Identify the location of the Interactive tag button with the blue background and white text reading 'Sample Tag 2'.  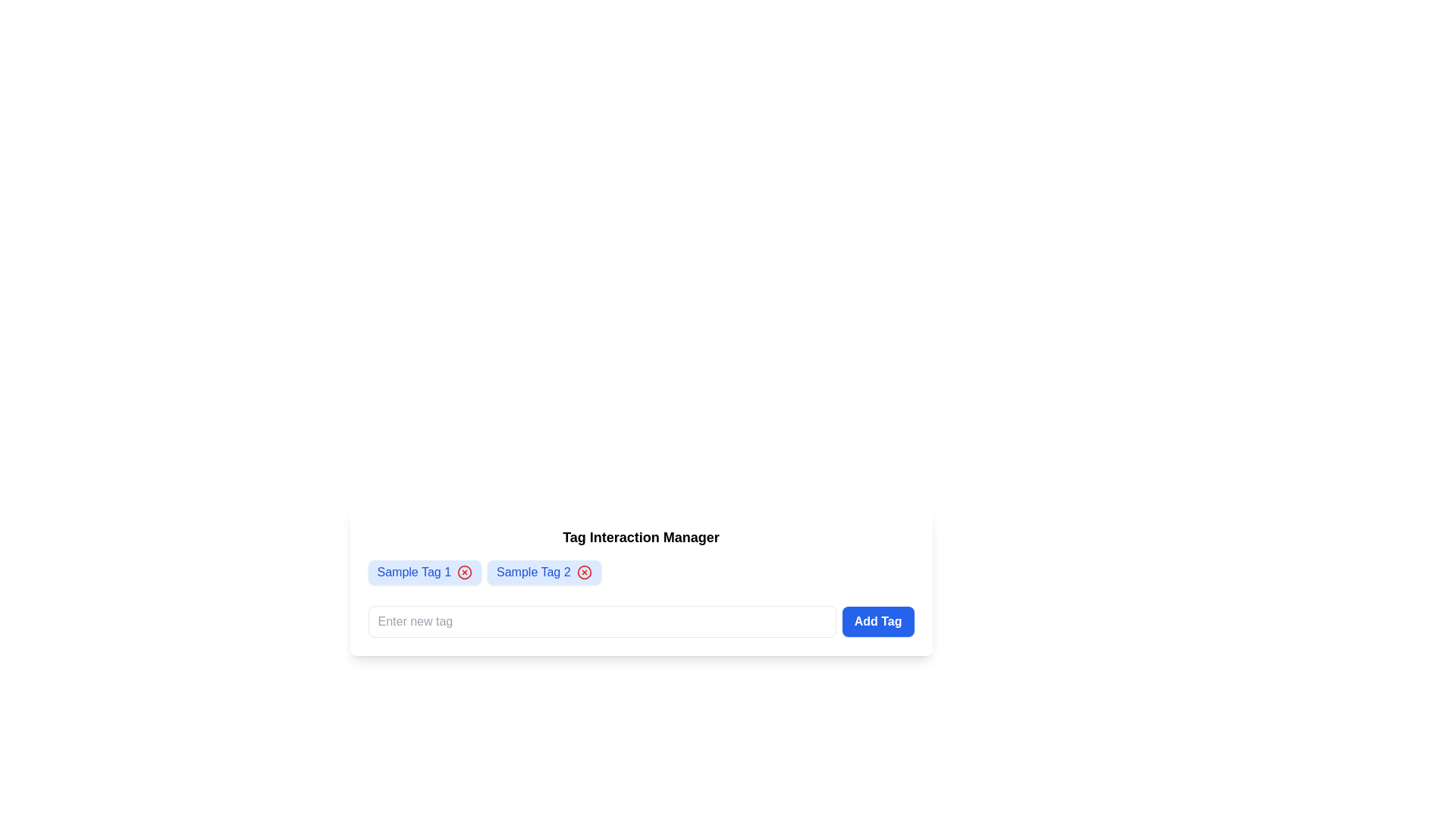
(544, 573).